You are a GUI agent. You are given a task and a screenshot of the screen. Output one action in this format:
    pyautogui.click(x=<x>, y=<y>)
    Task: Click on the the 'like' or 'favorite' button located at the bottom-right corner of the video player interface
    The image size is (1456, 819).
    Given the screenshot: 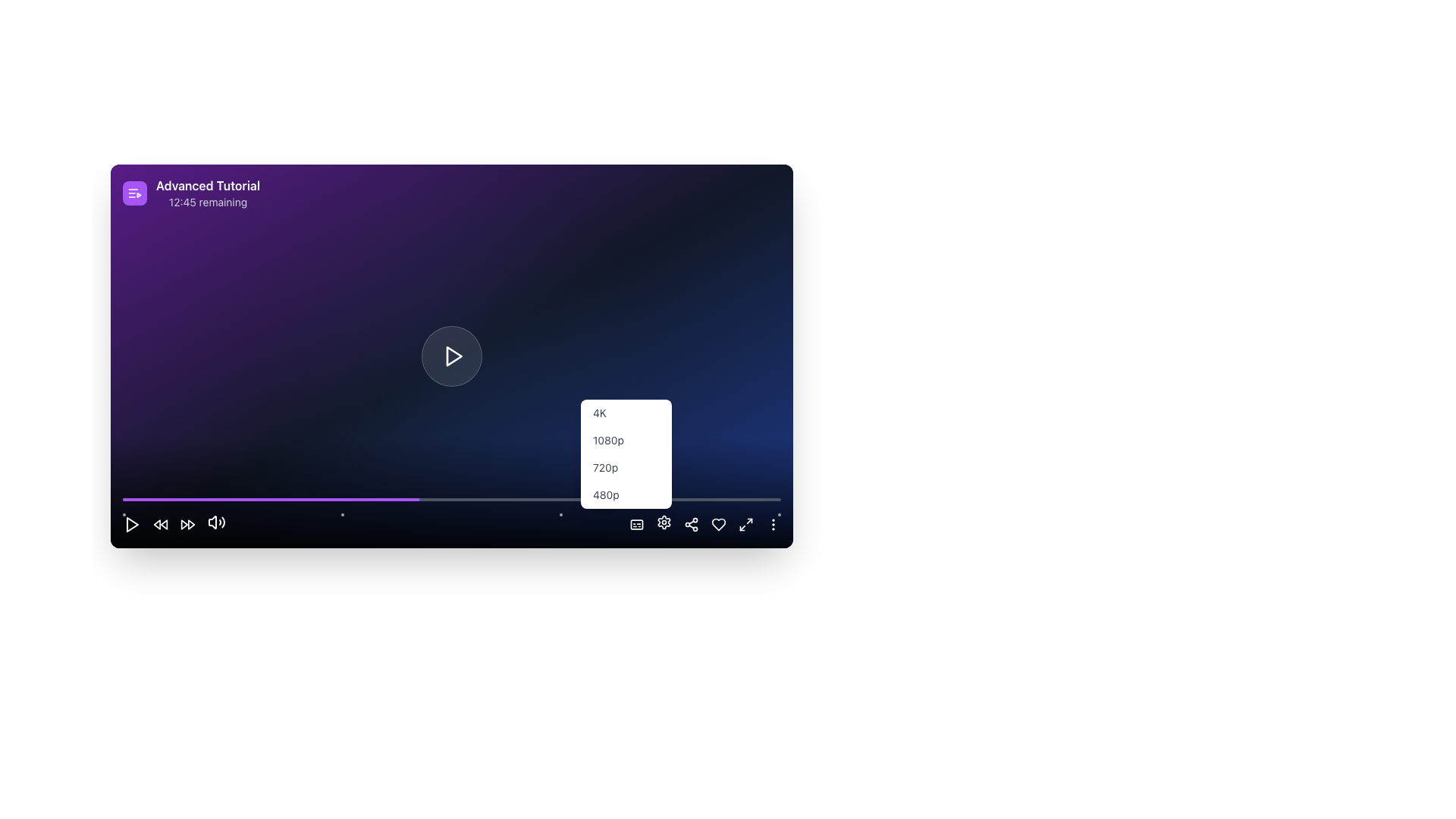 What is the action you would take?
    pyautogui.click(x=718, y=523)
    